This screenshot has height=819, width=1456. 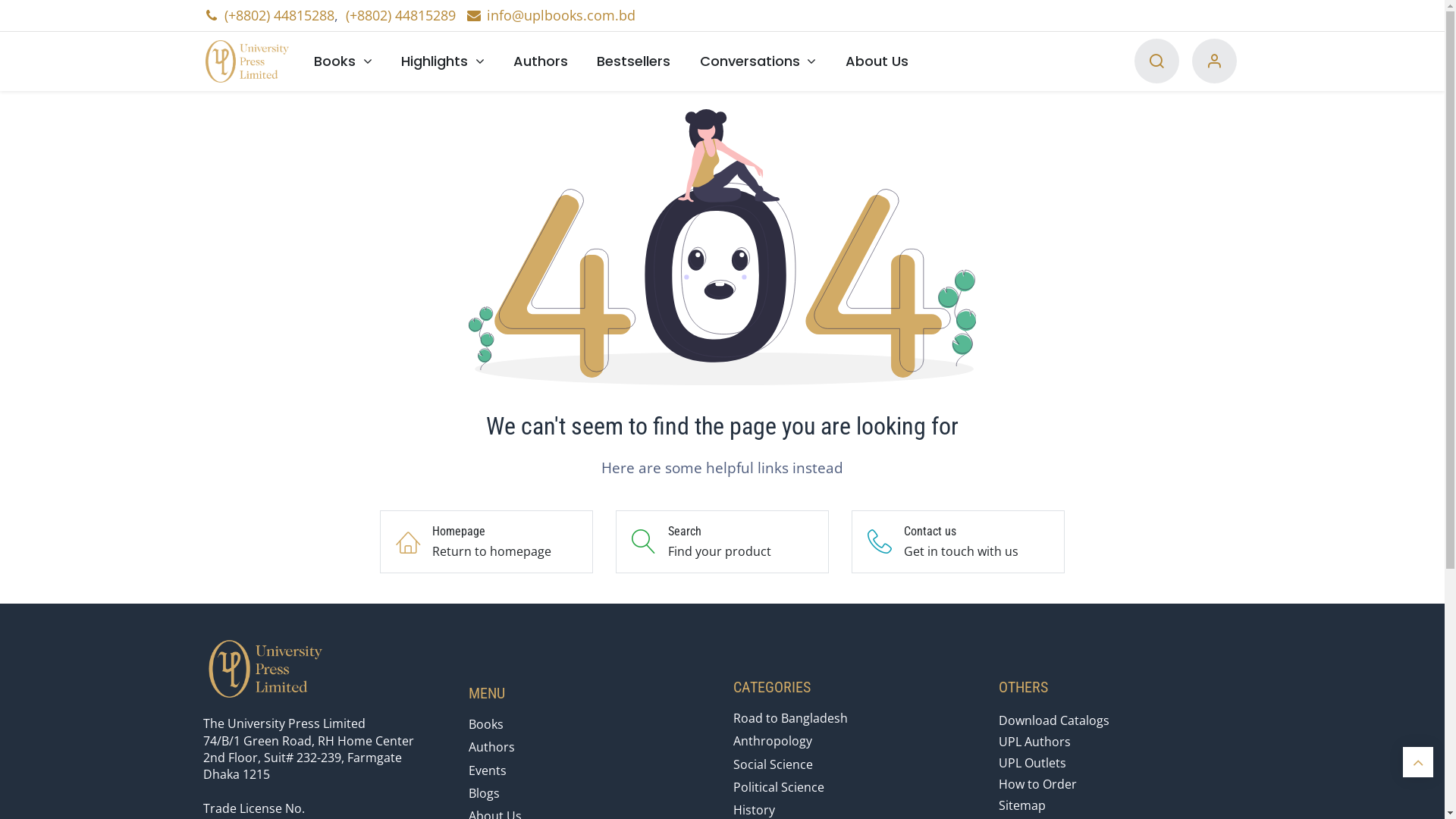 I want to click on 'UPL Authors', so click(x=1034, y=741).